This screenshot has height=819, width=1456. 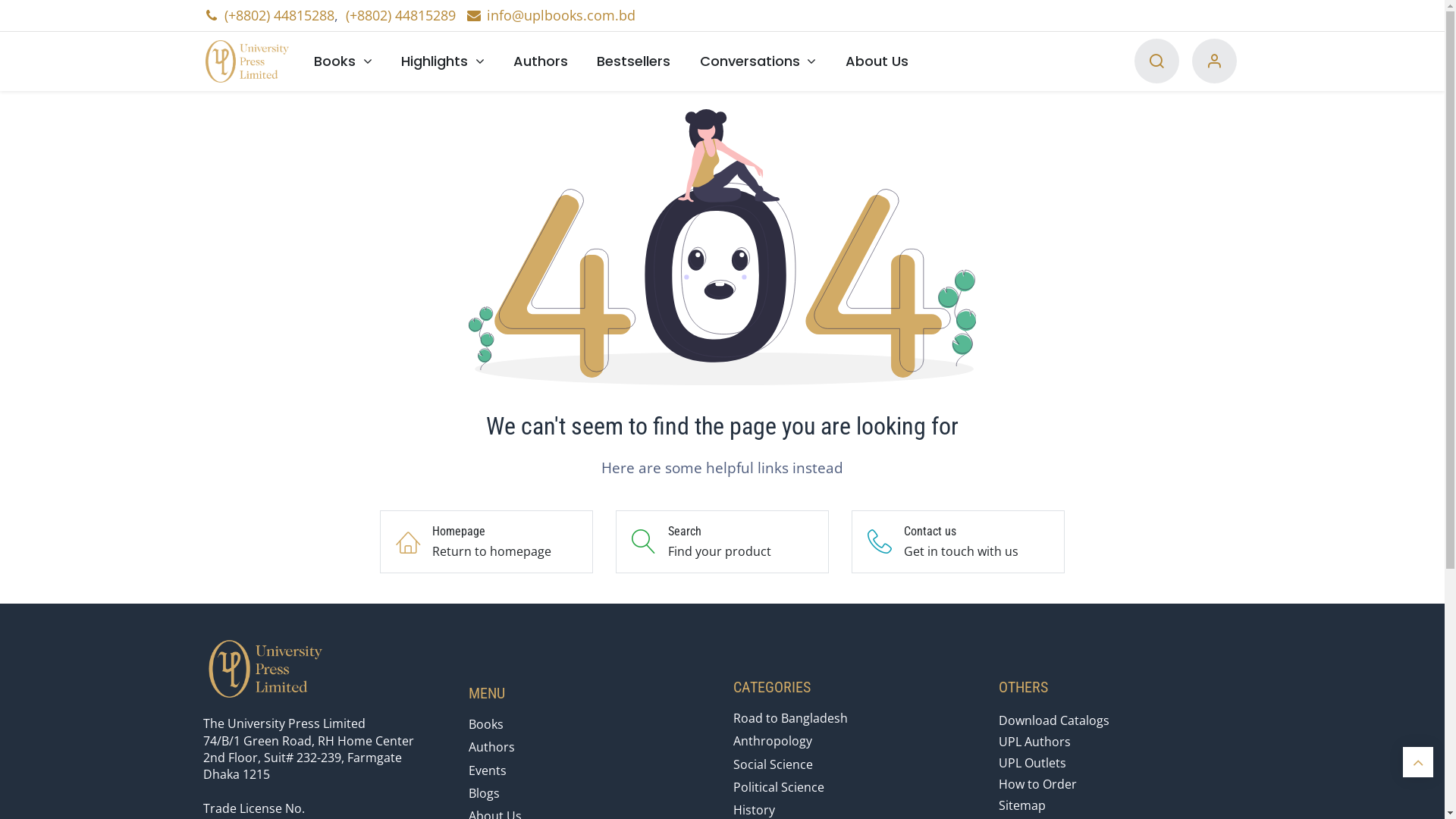 I want to click on 'UPL Authors', so click(x=1034, y=741).